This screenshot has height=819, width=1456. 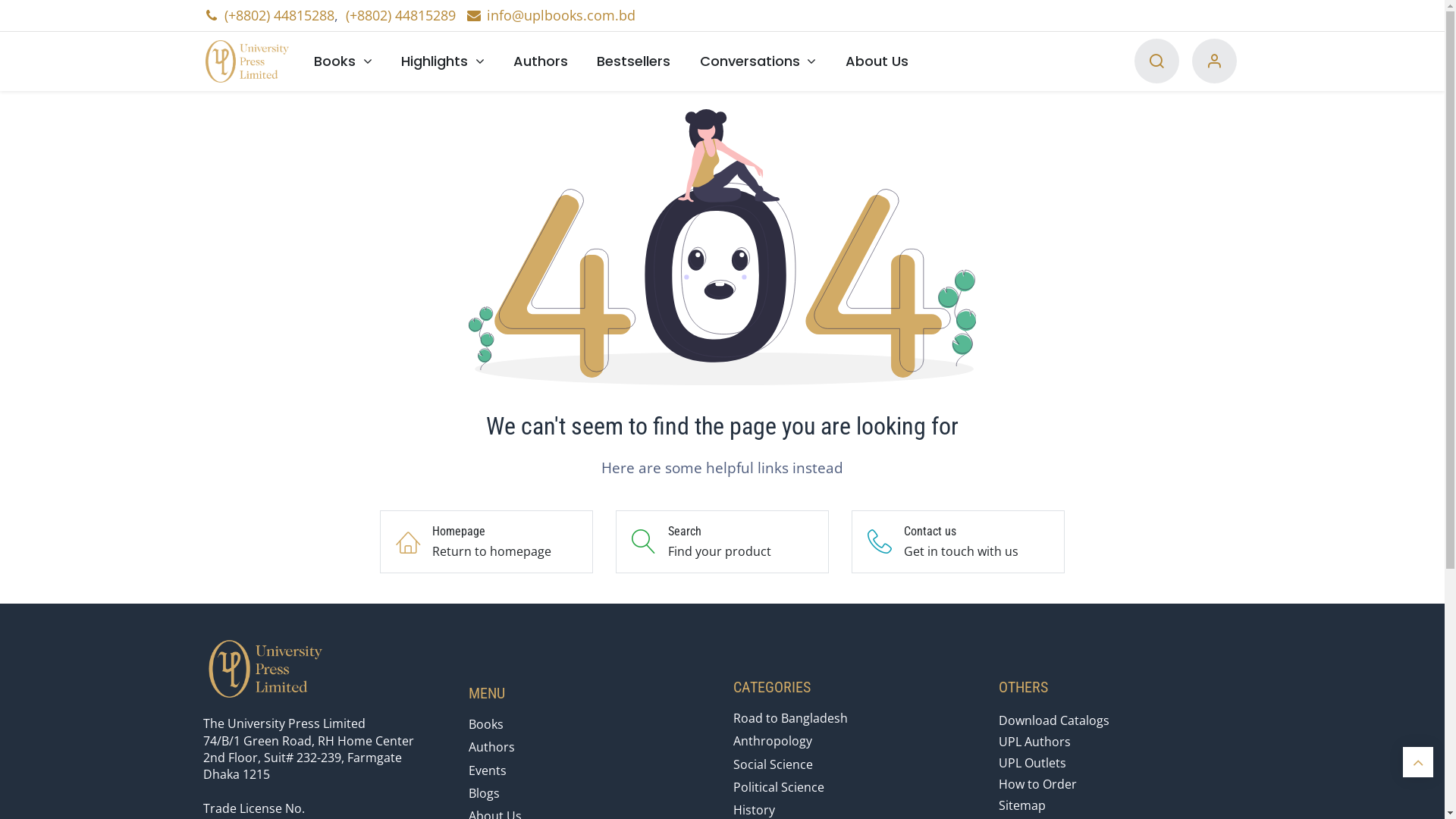 I want to click on 'UPL Authors', so click(x=1034, y=741).